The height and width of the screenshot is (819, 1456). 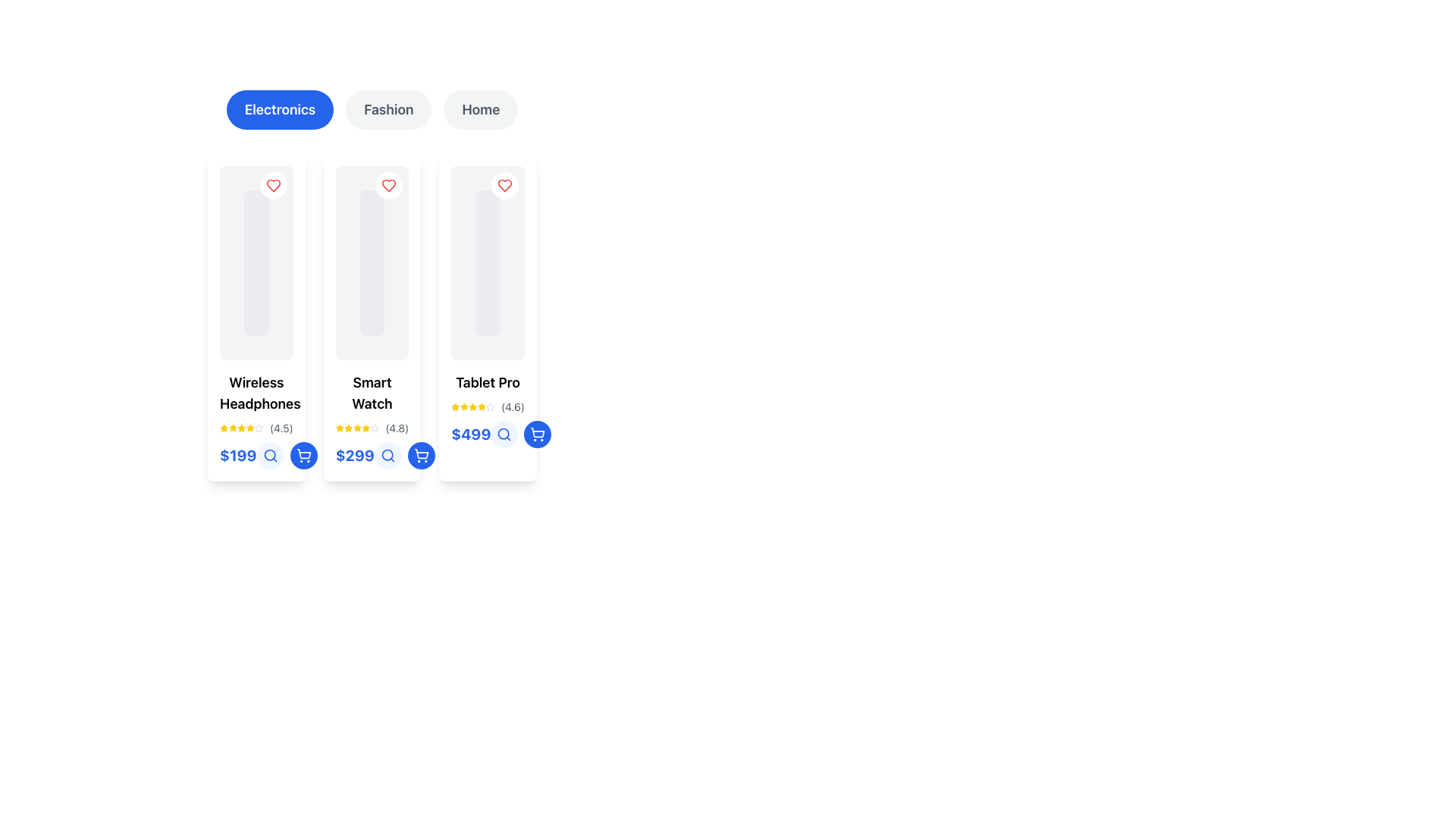 What do you see at coordinates (513, 406) in the screenshot?
I see `the numeric value displayed in the text label next to the star icons for the 'Tablet Pro' product rating` at bounding box center [513, 406].